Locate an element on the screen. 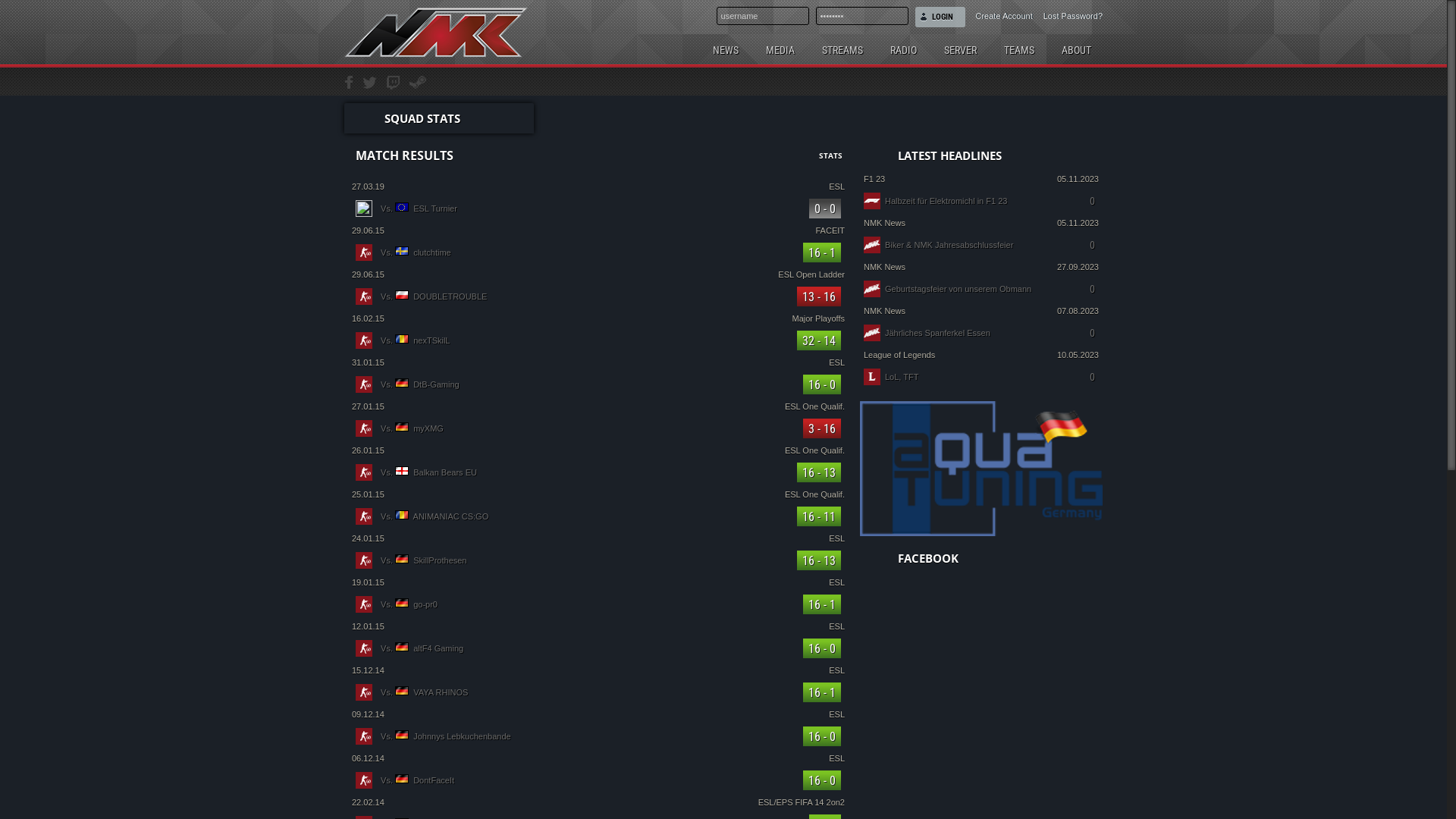  'Lost Password?' is located at coordinates (1066, 14).